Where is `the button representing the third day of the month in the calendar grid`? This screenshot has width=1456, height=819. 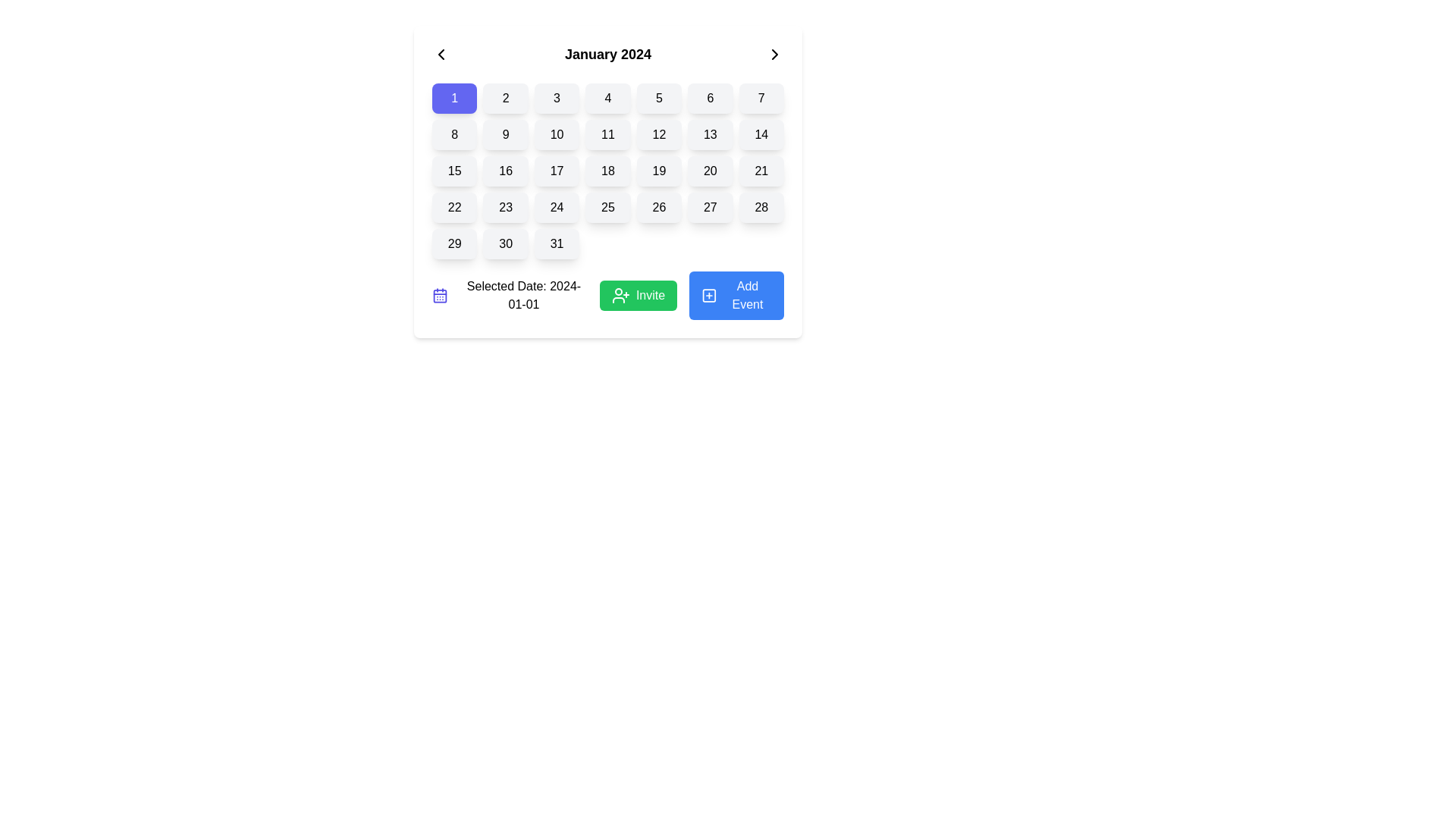 the button representing the third day of the month in the calendar grid is located at coordinates (556, 99).